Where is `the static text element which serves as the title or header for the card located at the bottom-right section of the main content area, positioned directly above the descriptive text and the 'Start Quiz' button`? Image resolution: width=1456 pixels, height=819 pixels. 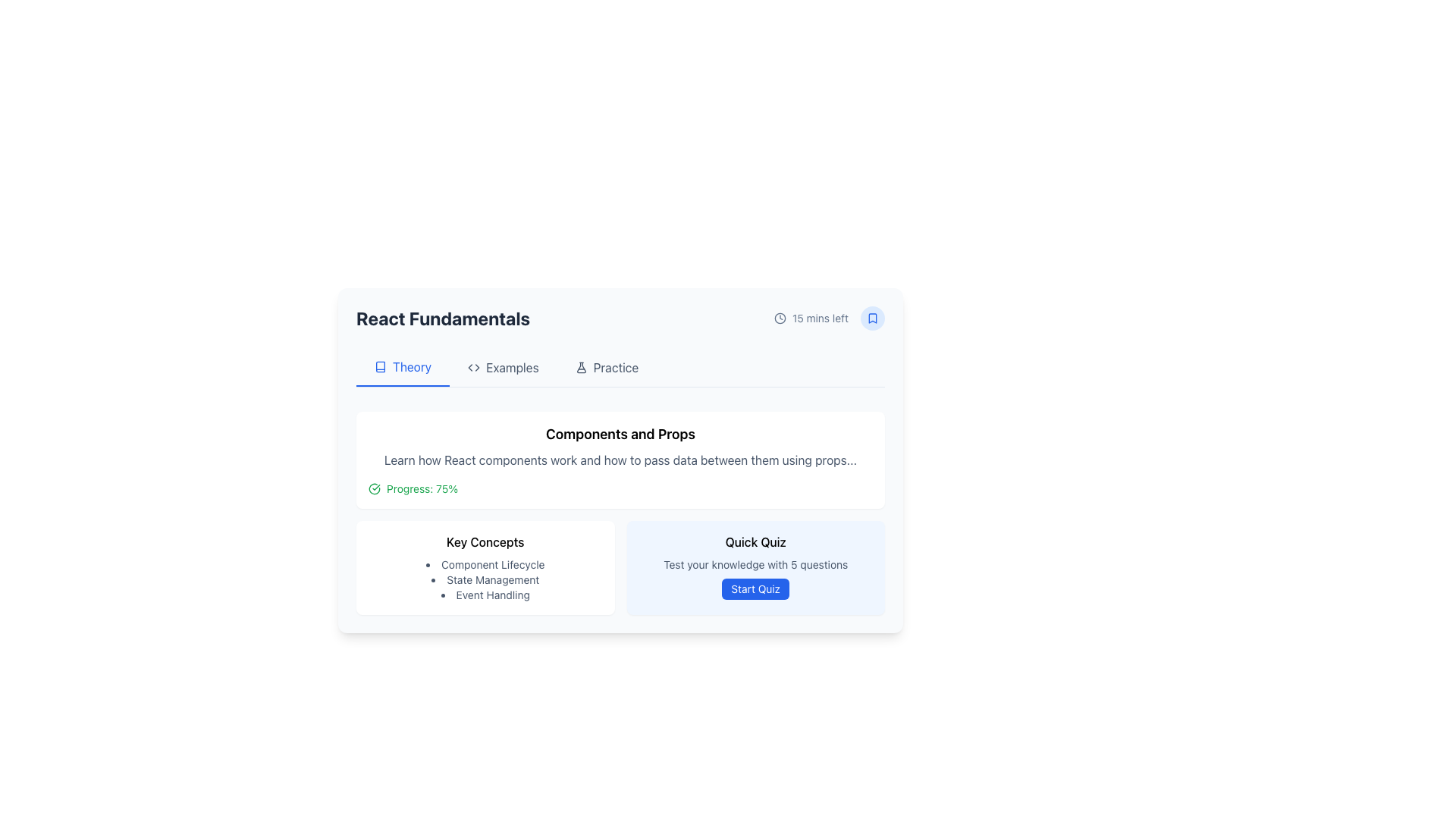
the static text element which serves as the title or header for the card located at the bottom-right section of the main content area, positioned directly above the descriptive text and the 'Start Quiz' button is located at coordinates (755, 541).